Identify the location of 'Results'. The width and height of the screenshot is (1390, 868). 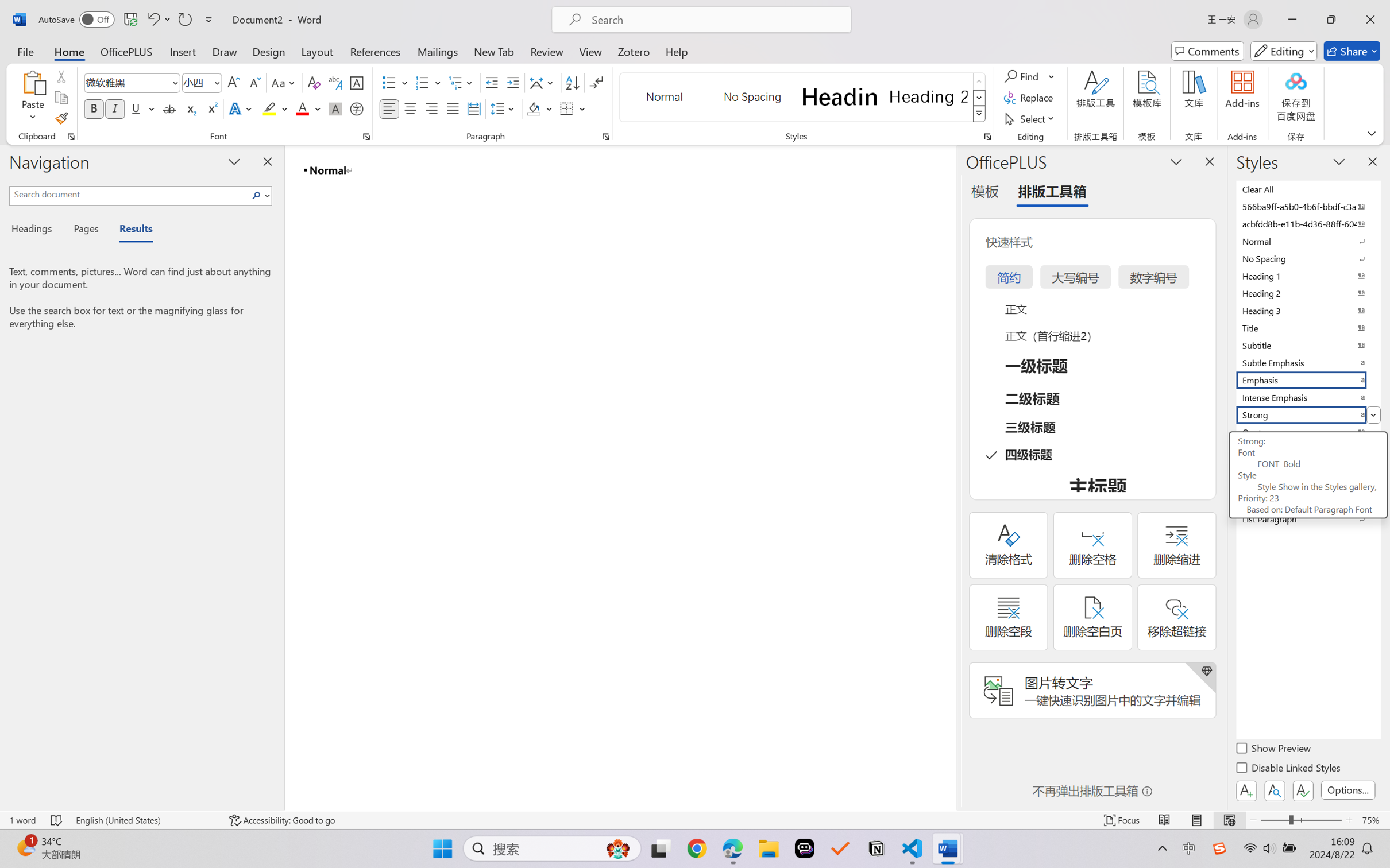
(130, 230).